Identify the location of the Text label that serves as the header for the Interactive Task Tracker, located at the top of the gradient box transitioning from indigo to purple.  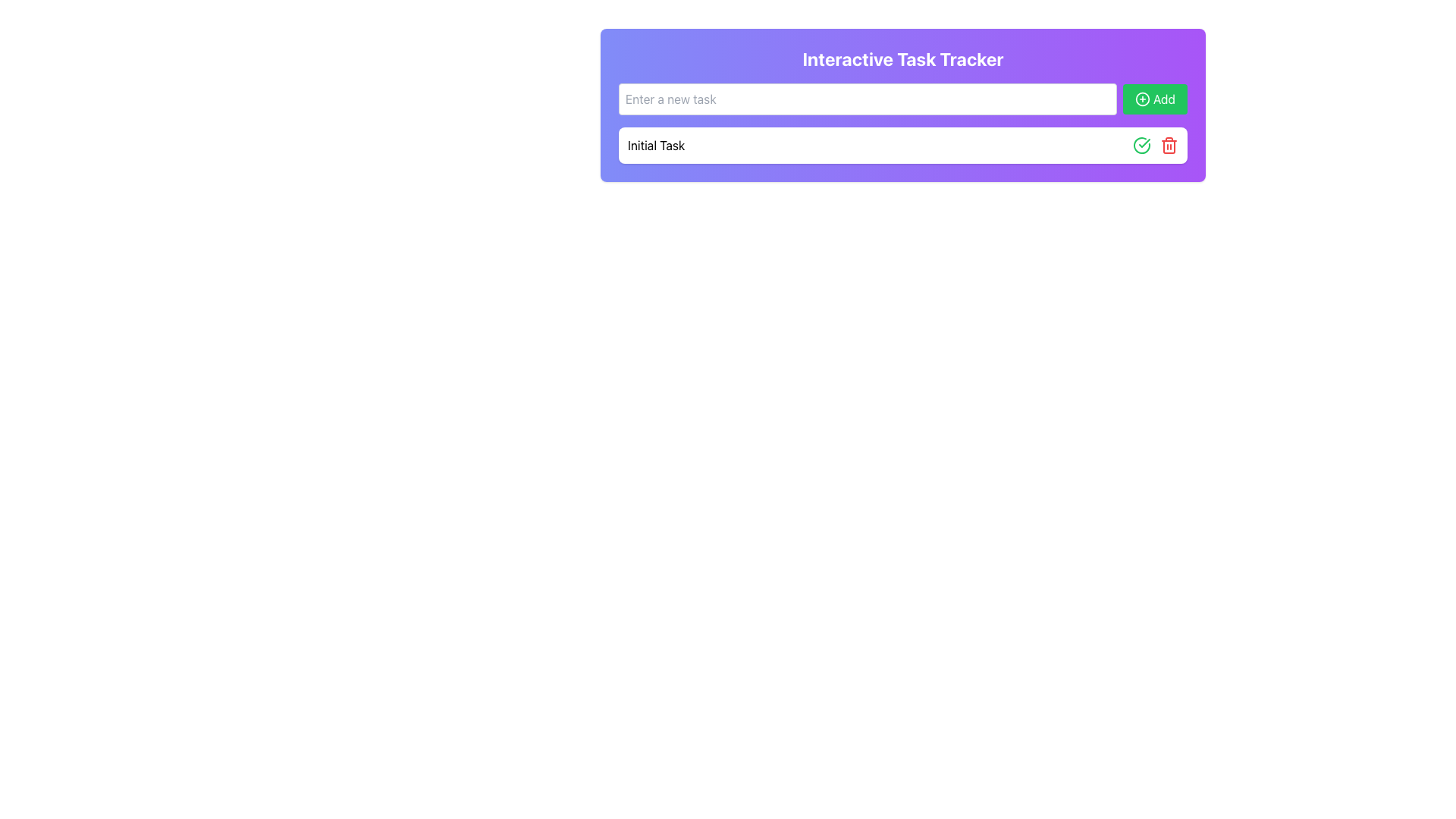
(902, 58).